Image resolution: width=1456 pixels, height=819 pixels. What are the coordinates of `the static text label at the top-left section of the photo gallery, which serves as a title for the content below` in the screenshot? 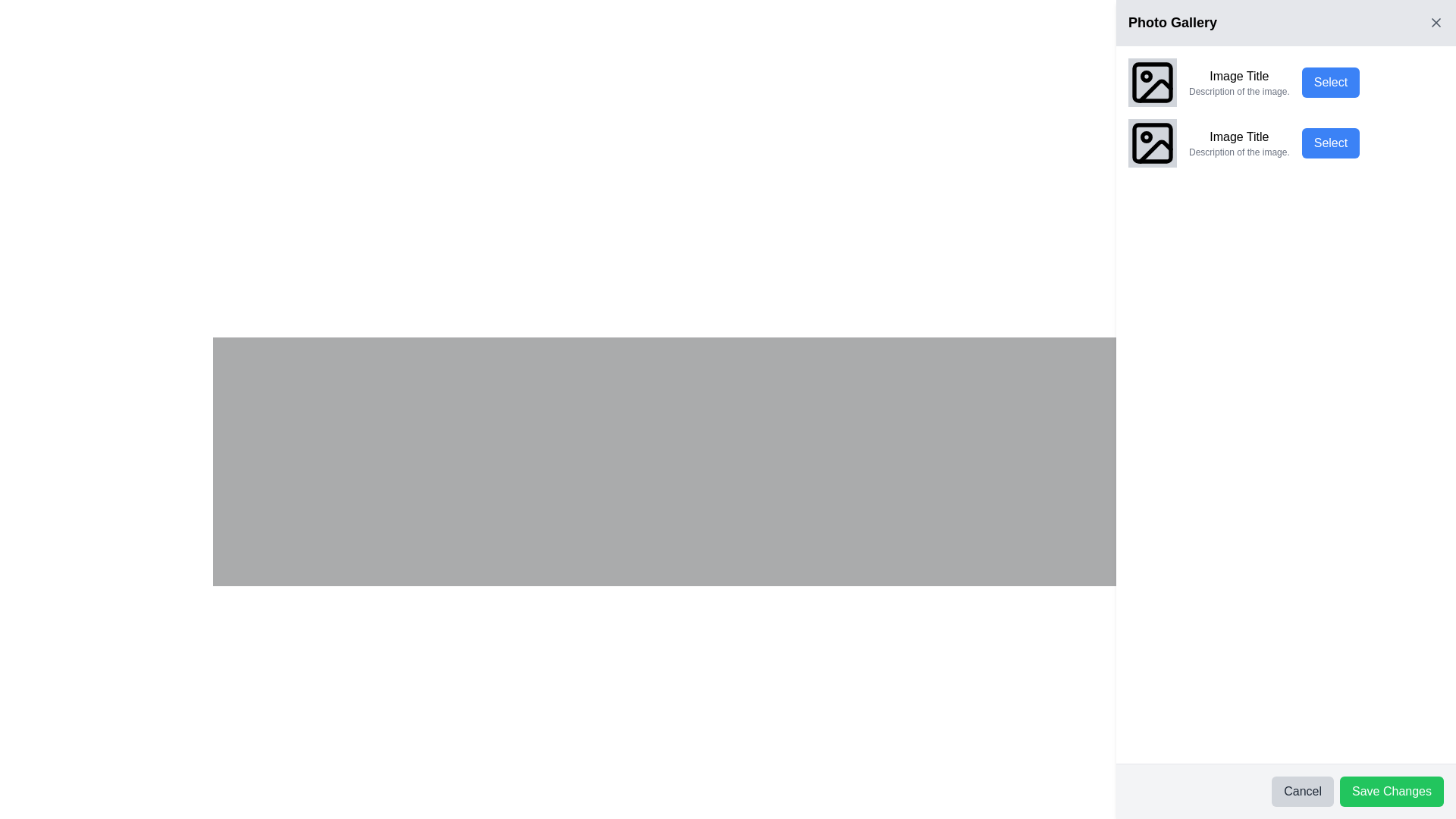 It's located at (1172, 23).